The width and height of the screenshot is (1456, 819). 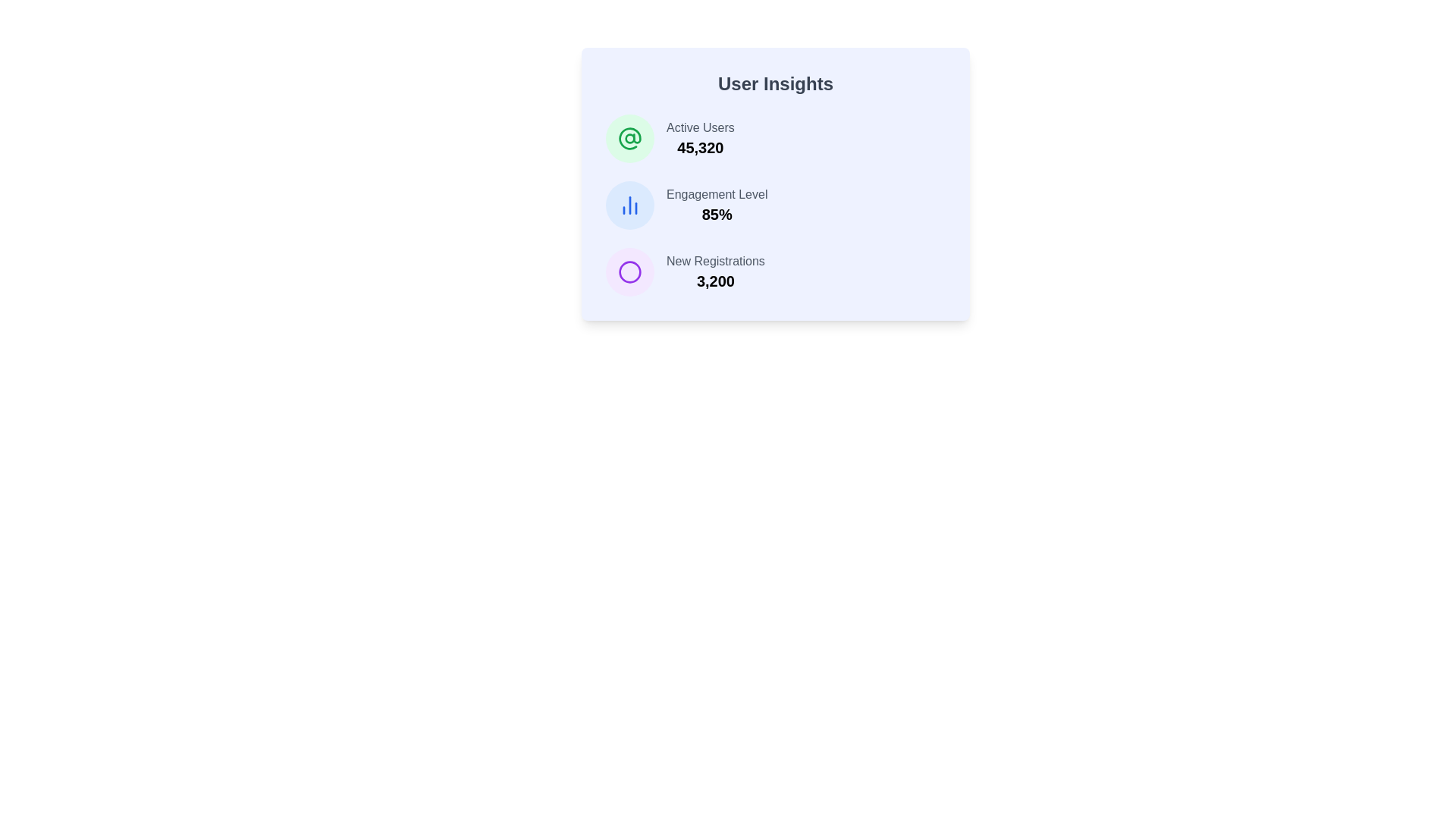 What do you see at coordinates (714, 281) in the screenshot?
I see `value displayed as '3,200' in bold text located in the bottom-right quadrant of the 'User Insights' panel, following the label 'New Registrations'` at bounding box center [714, 281].